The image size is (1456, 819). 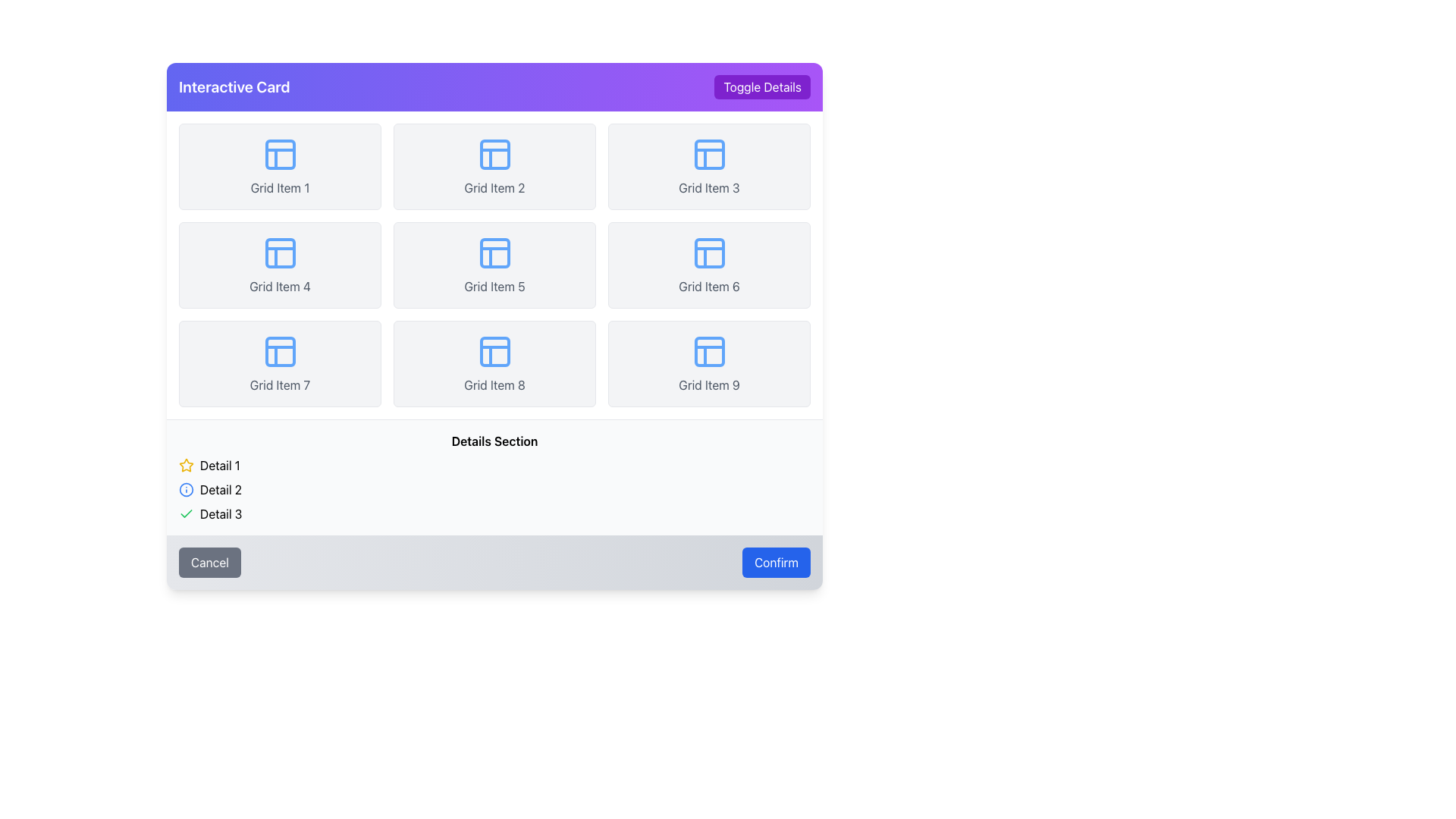 What do you see at coordinates (762, 87) in the screenshot?
I see `the 'Toggle Details' button with a purple background located at the top-right corner of the 'Interactive Card' panel to observe its hover effects` at bounding box center [762, 87].